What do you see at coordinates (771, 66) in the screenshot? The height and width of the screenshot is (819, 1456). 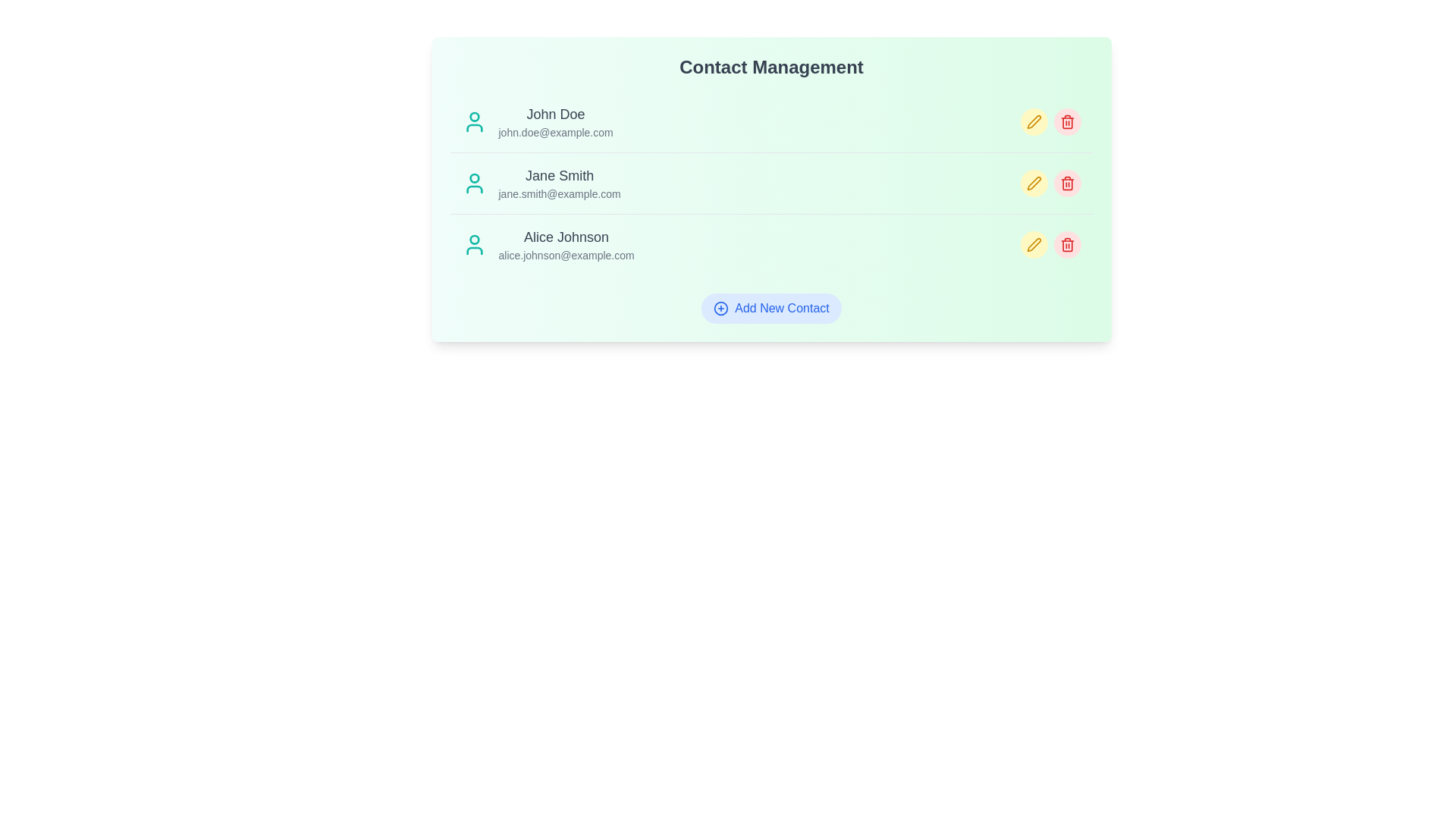 I see `the 'Contact Management' heading to focus on the title` at bounding box center [771, 66].